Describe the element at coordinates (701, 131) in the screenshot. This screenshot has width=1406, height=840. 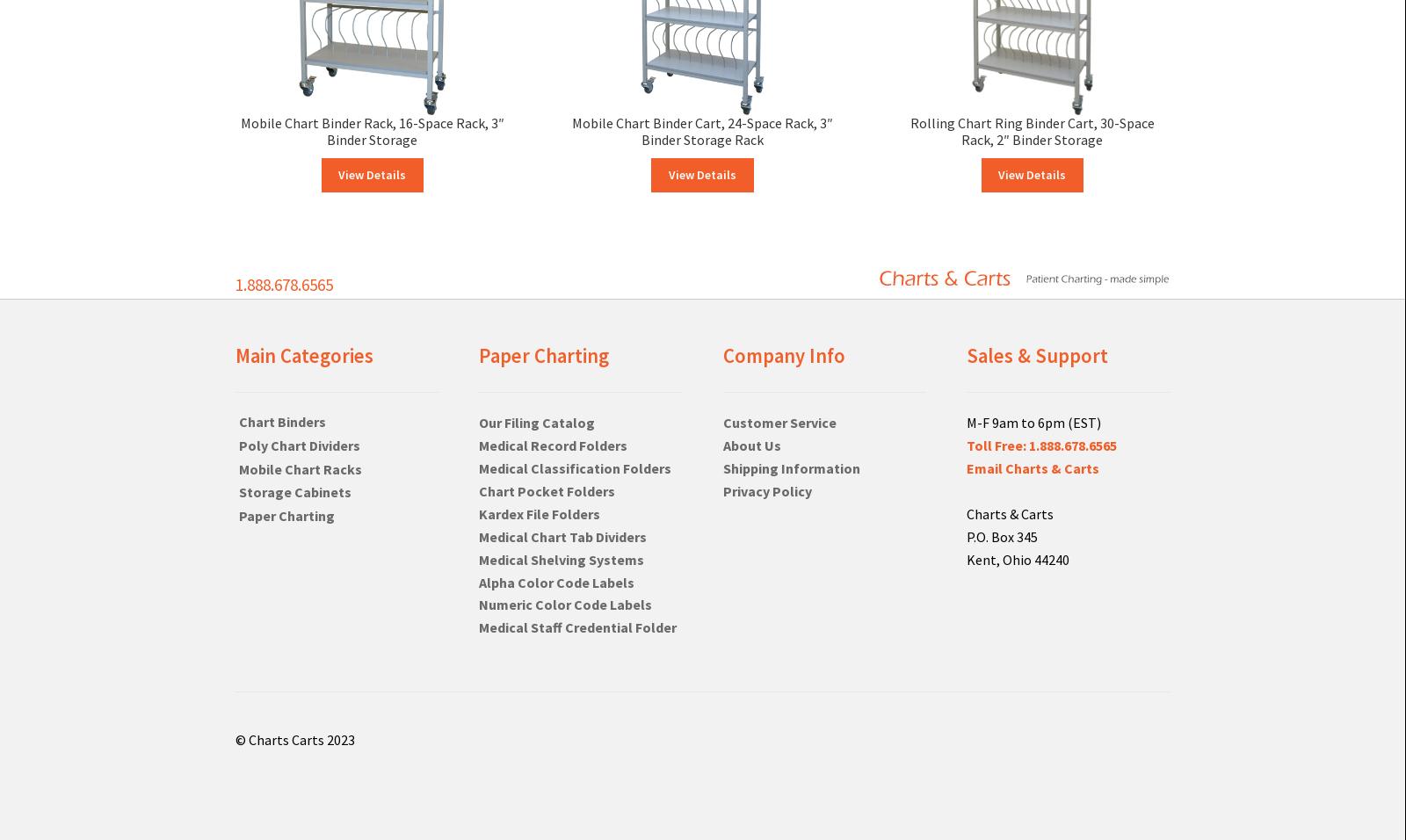
I see `'Mobile Chart Binder Cart, 24-Space Rack, 3″ Binder Storage Rack'` at that location.